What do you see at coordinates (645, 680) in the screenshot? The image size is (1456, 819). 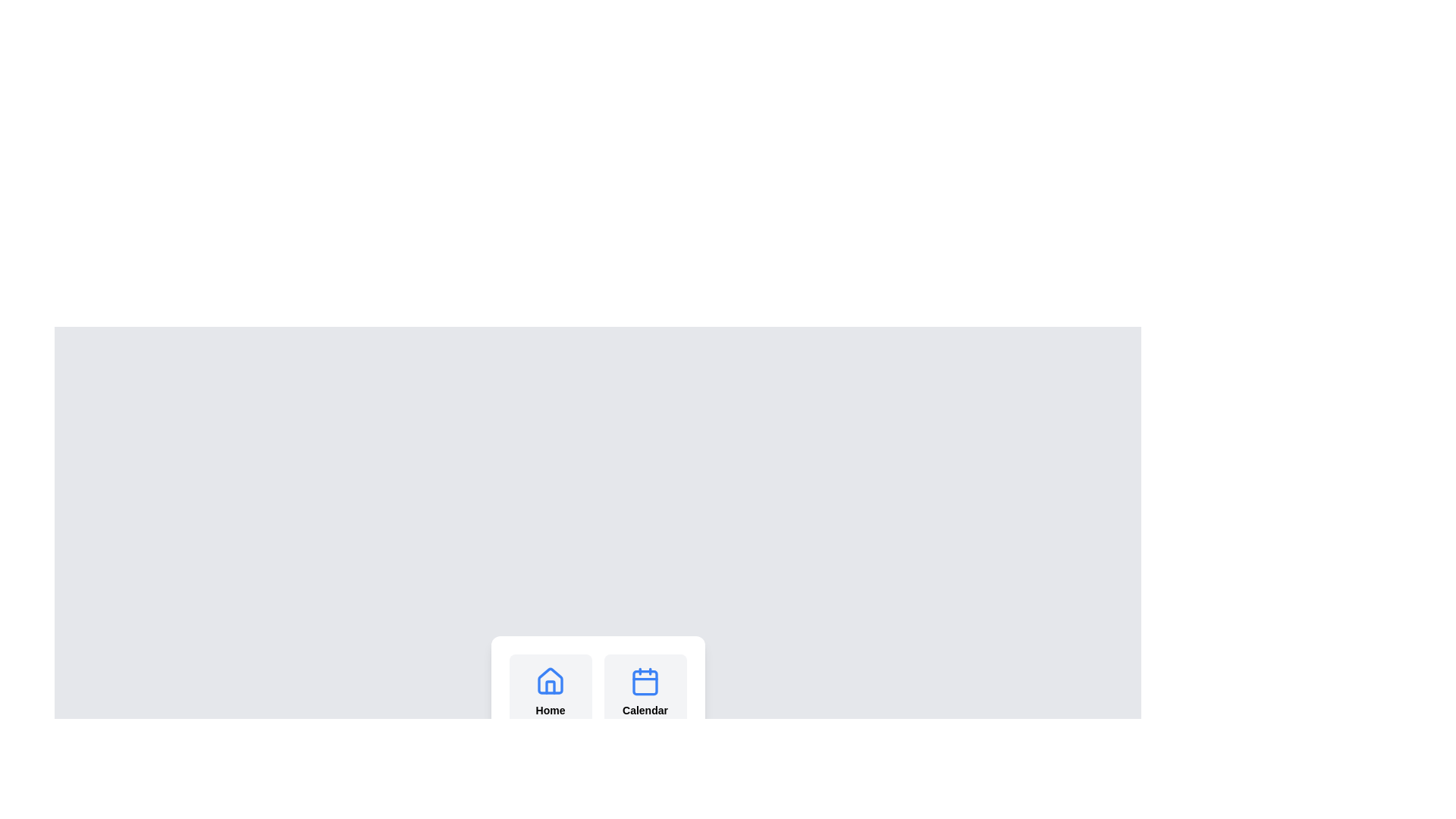 I see `the calendar icon with a blue outline and light-blue fill, located in the bottom-right section of the interface` at bounding box center [645, 680].